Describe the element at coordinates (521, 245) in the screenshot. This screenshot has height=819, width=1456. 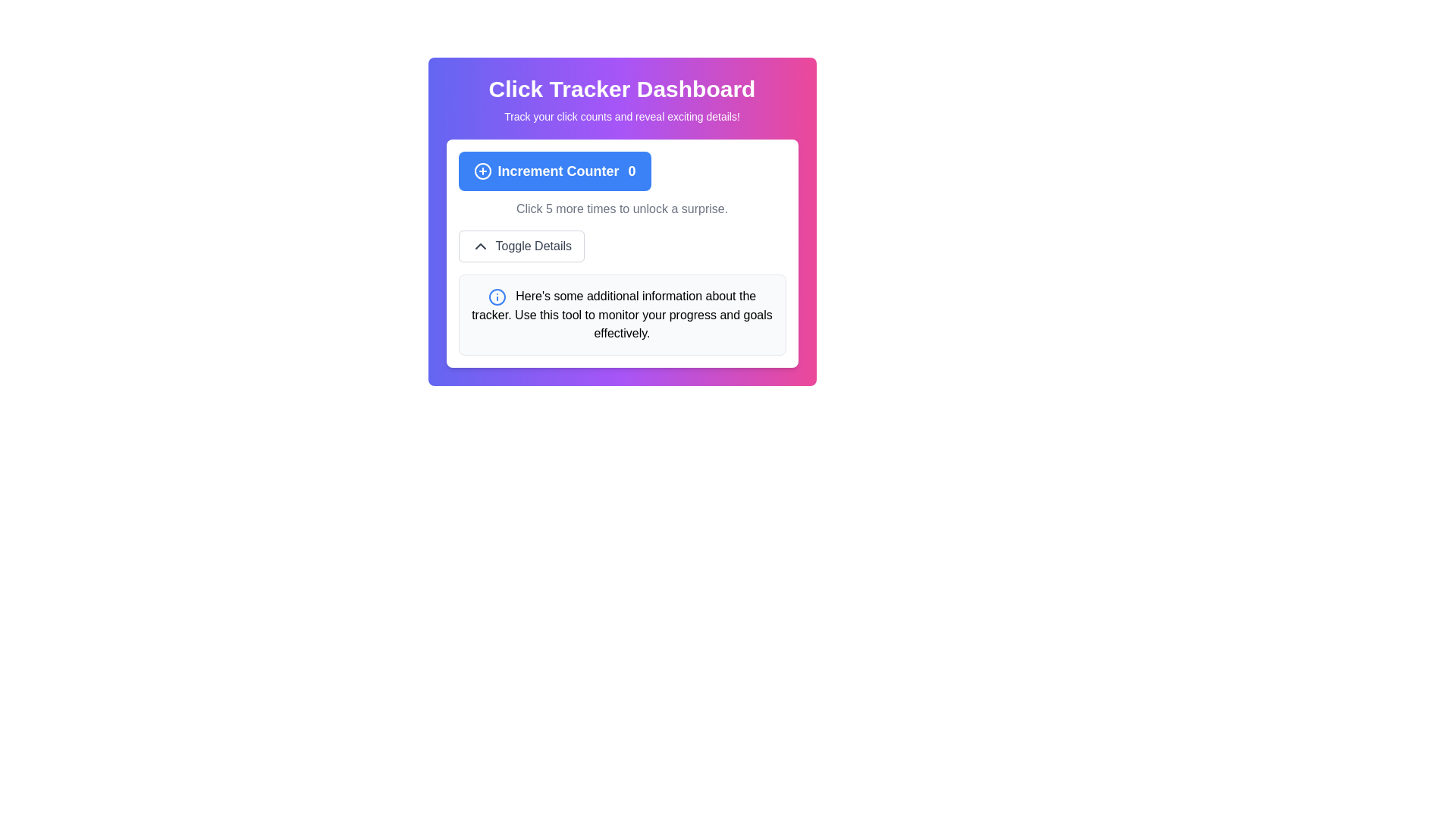
I see `the button that toggles the visibility of additional details, located below the text 'Click 5 more times to unlock a surprise.' and above a gray box` at that location.